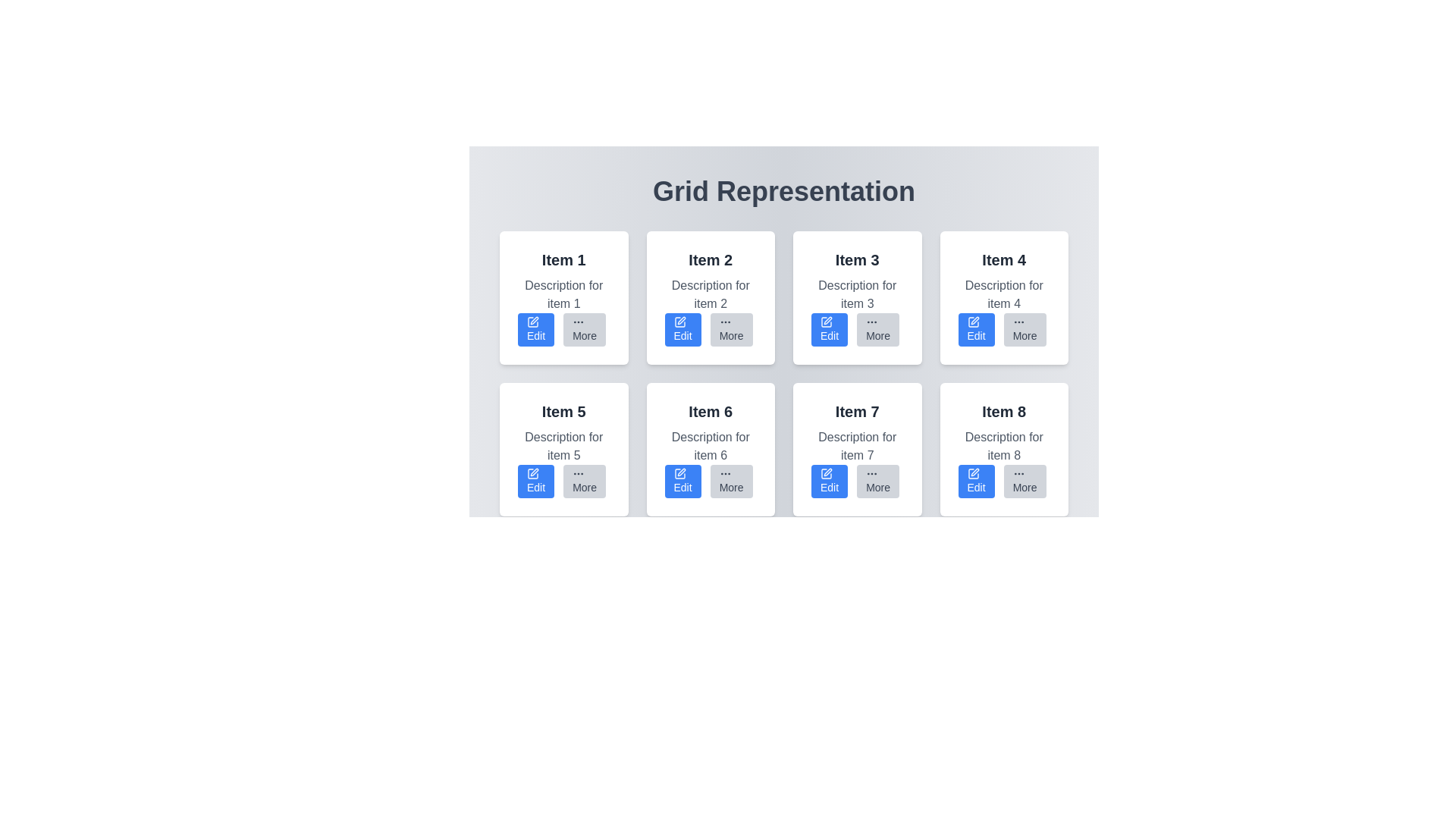 Image resolution: width=1456 pixels, height=819 pixels. Describe the element at coordinates (535, 472) in the screenshot. I see `the pen icon within the 'Edit' button under 'Item 5' in the grid layout` at that location.